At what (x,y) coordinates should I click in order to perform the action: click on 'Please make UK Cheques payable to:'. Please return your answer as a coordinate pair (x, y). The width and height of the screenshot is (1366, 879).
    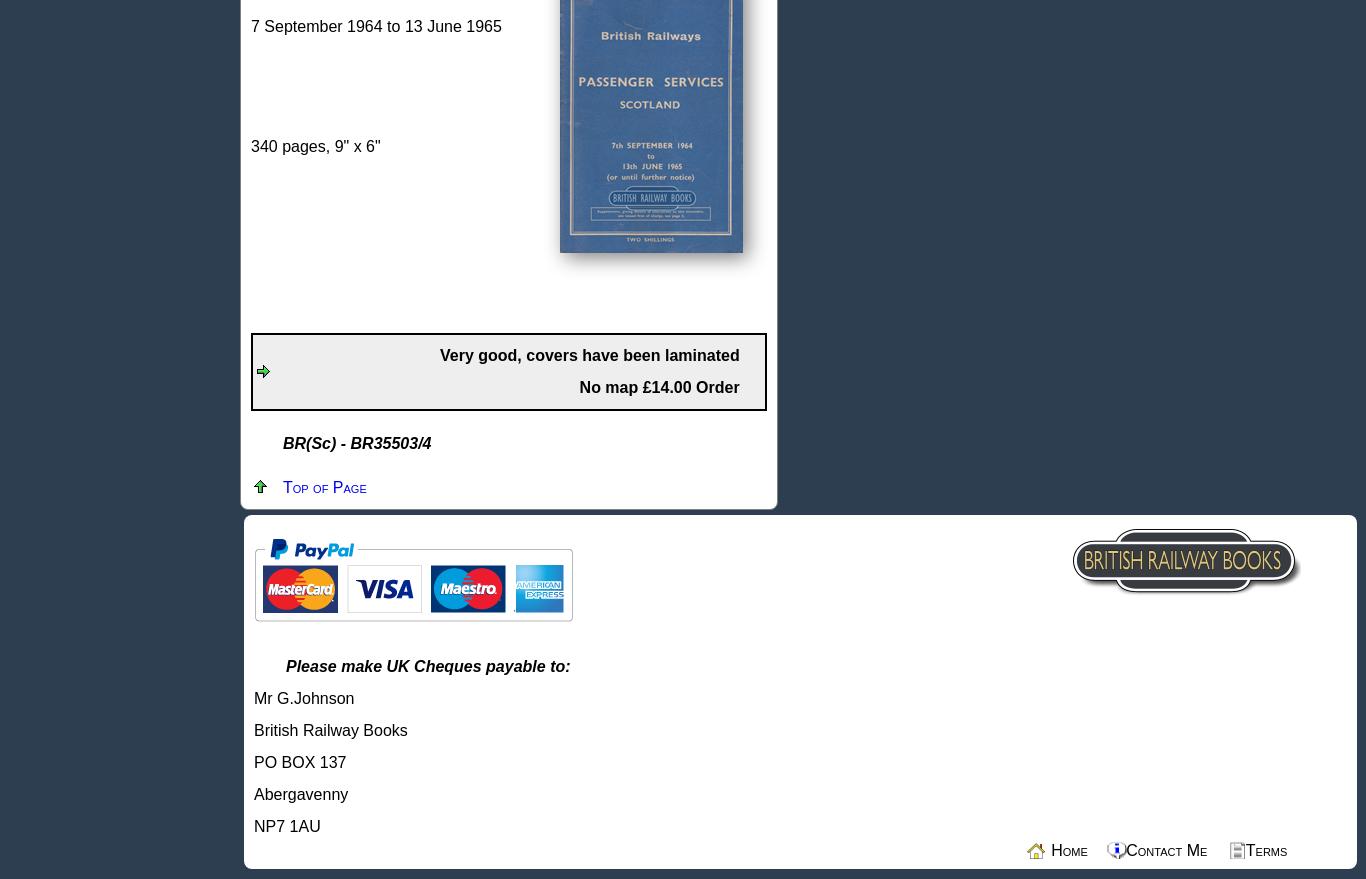
    Looking at the image, I should click on (426, 665).